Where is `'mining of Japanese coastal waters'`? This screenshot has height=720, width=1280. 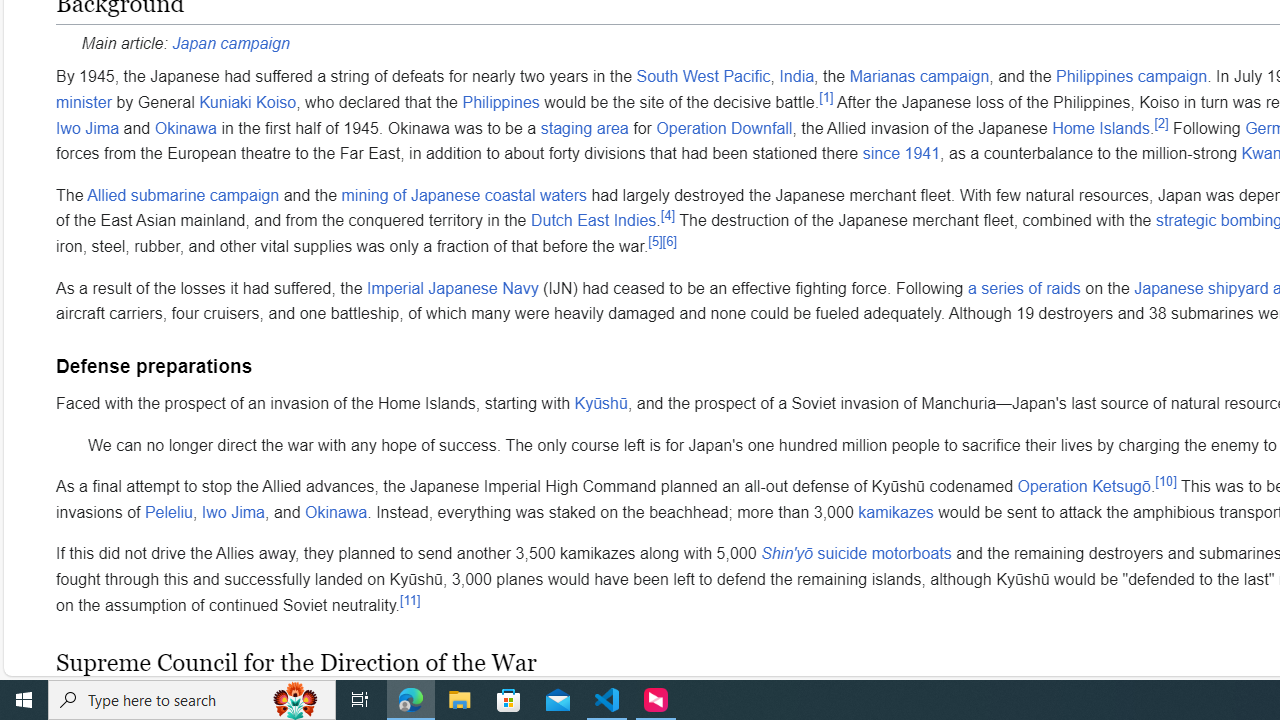 'mining of Japanese coastal waters' is located at coordinates (463, 194).